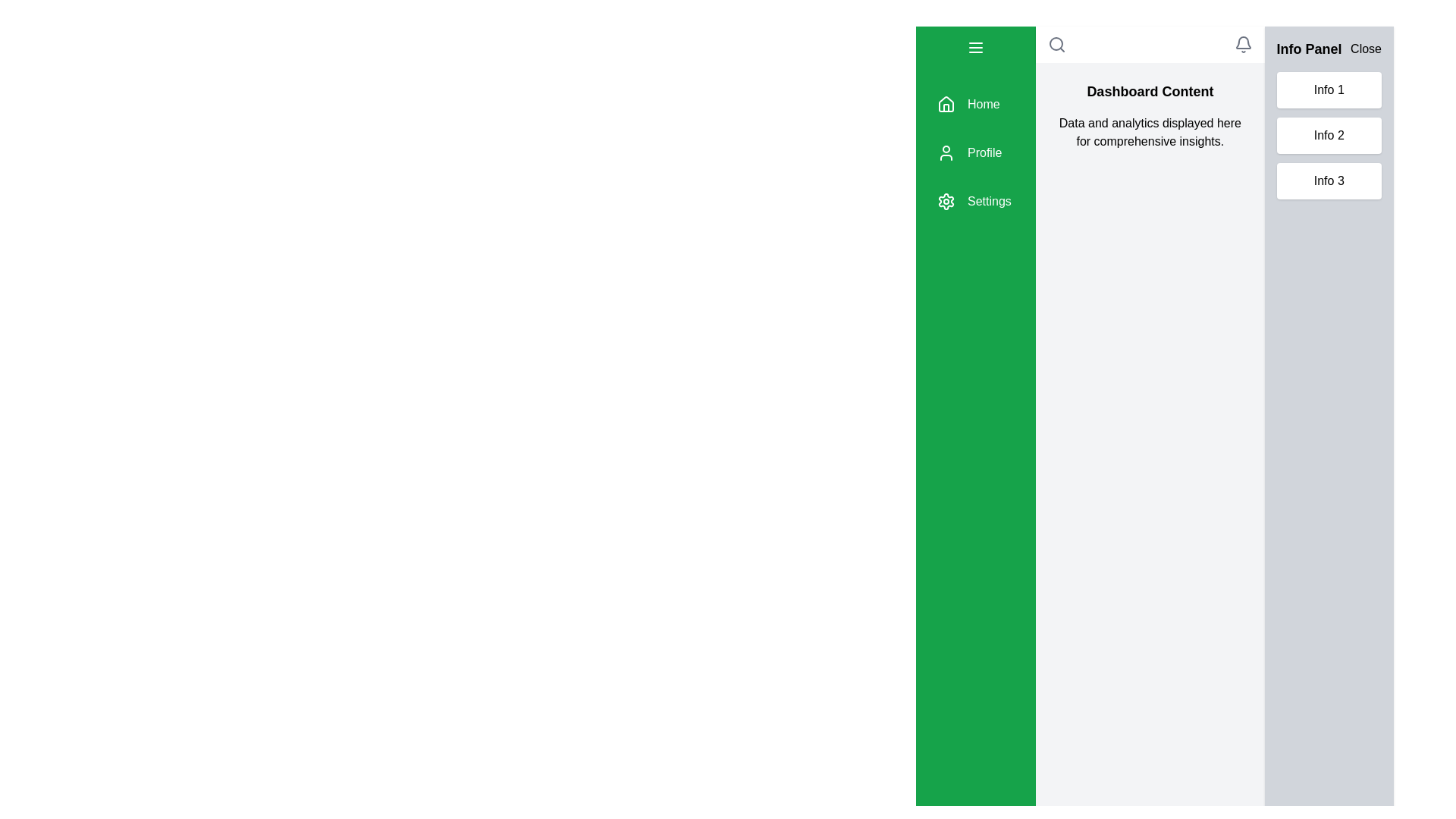  Describe the element at coordinates (946, 103) in the screenshot. I see `the 'Home' menu item icon located at the top of the vertical toolbar on the far left of the application interface` at that location.